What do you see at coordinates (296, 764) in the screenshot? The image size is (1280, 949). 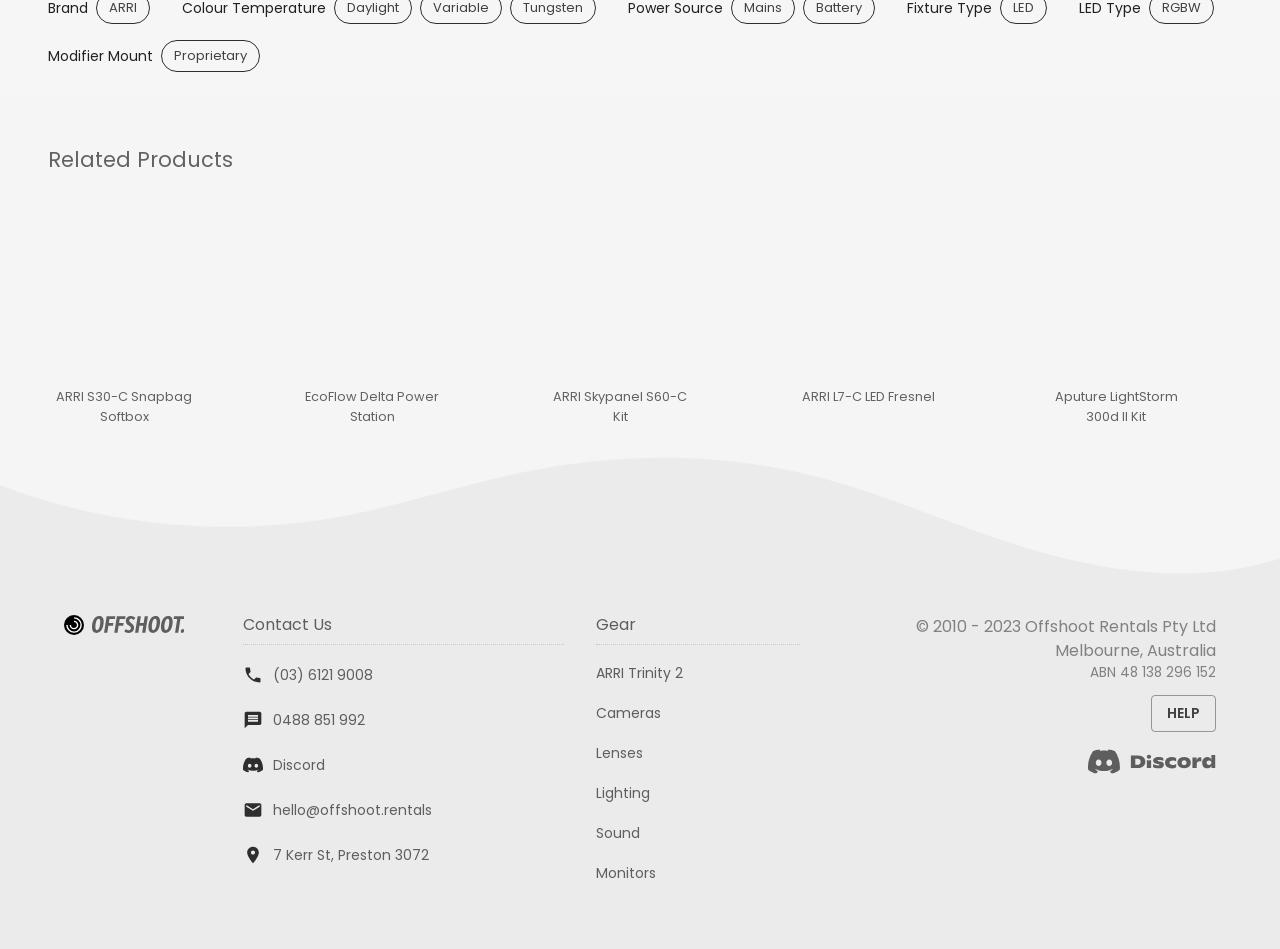 I see `'Discord'` at bounding box center [296, 764].